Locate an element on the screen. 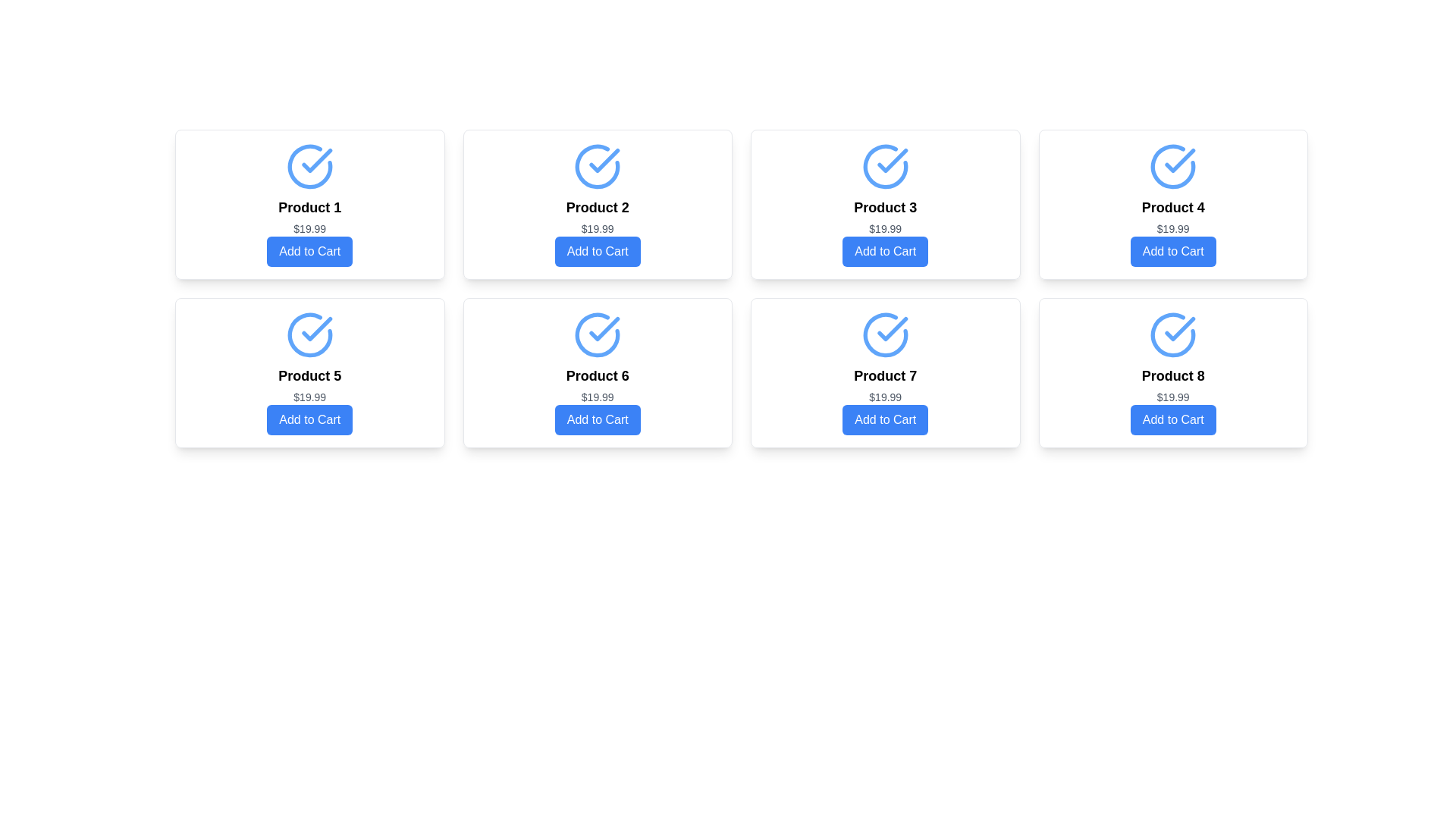  the verification icon located at the top of the 'Product 8' card, which indicates selection or completion status is located at coordinates (1172, 334).